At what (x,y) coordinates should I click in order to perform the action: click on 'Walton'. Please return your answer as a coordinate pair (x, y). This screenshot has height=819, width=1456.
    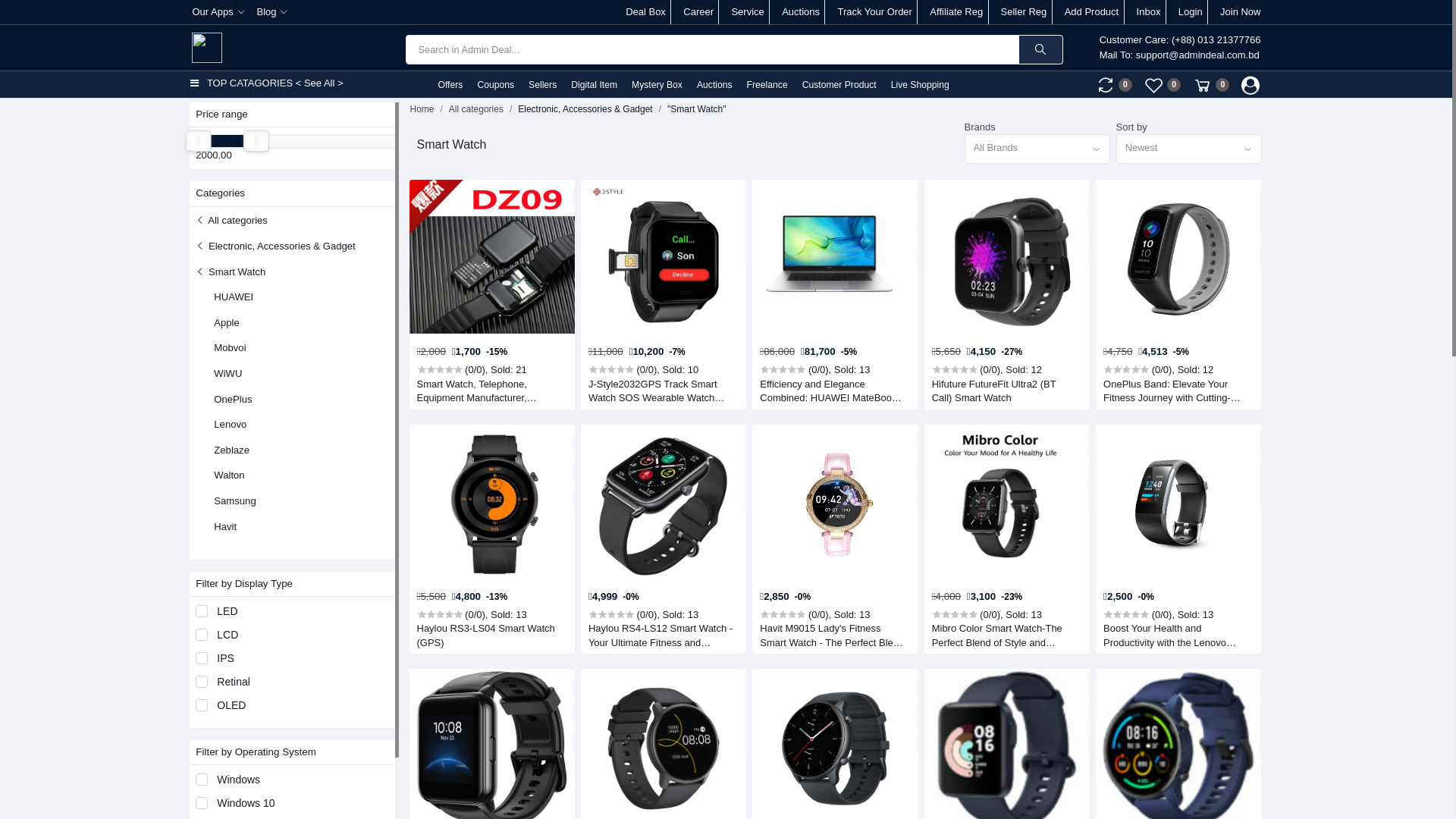
    Looking at the image, I should click on (228, 474).